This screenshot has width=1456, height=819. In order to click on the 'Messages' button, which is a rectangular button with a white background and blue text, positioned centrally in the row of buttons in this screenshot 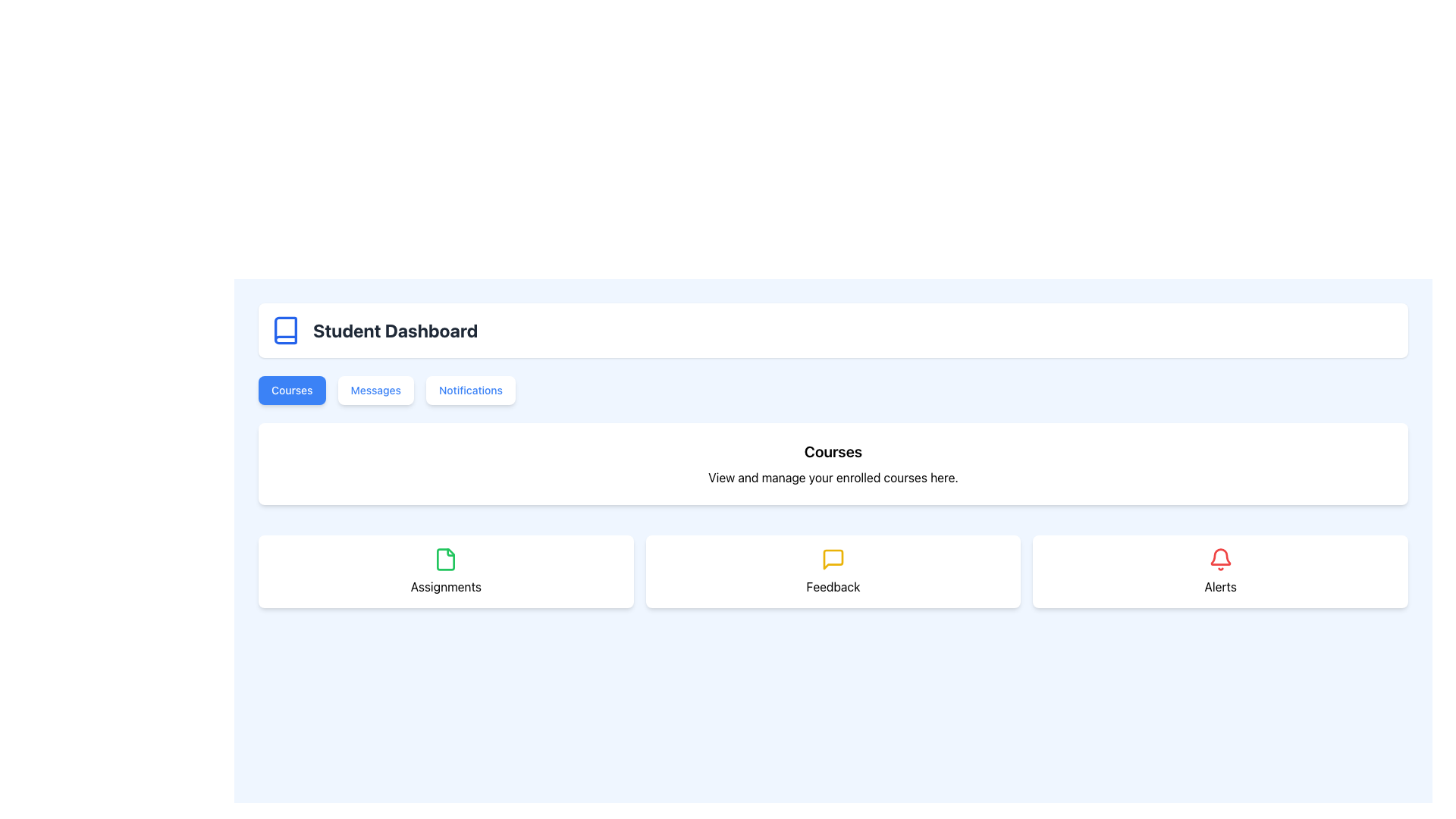, I will do `click(375, 390)`.